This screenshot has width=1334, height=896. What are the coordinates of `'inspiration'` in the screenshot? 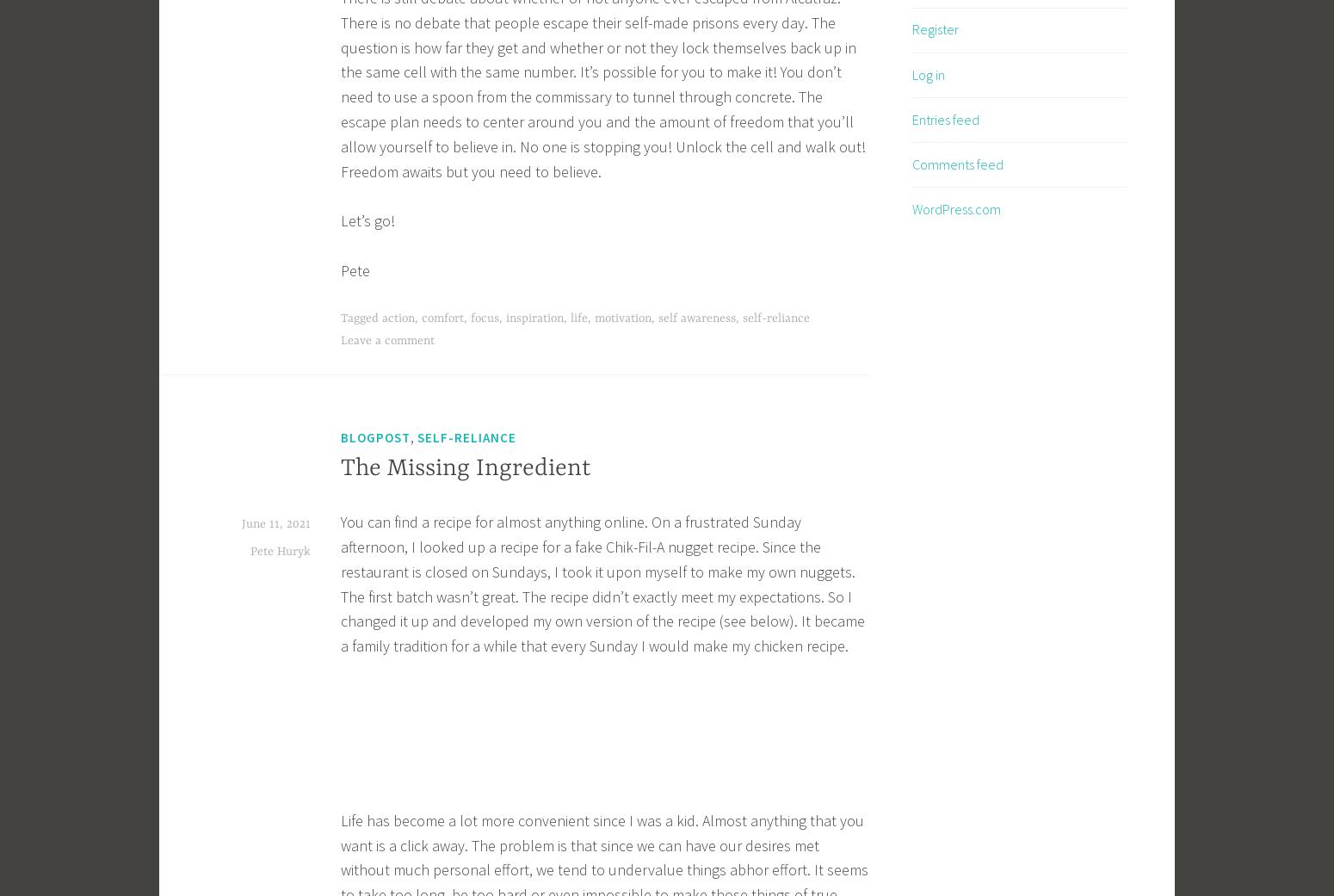 It's located at (534, 318).